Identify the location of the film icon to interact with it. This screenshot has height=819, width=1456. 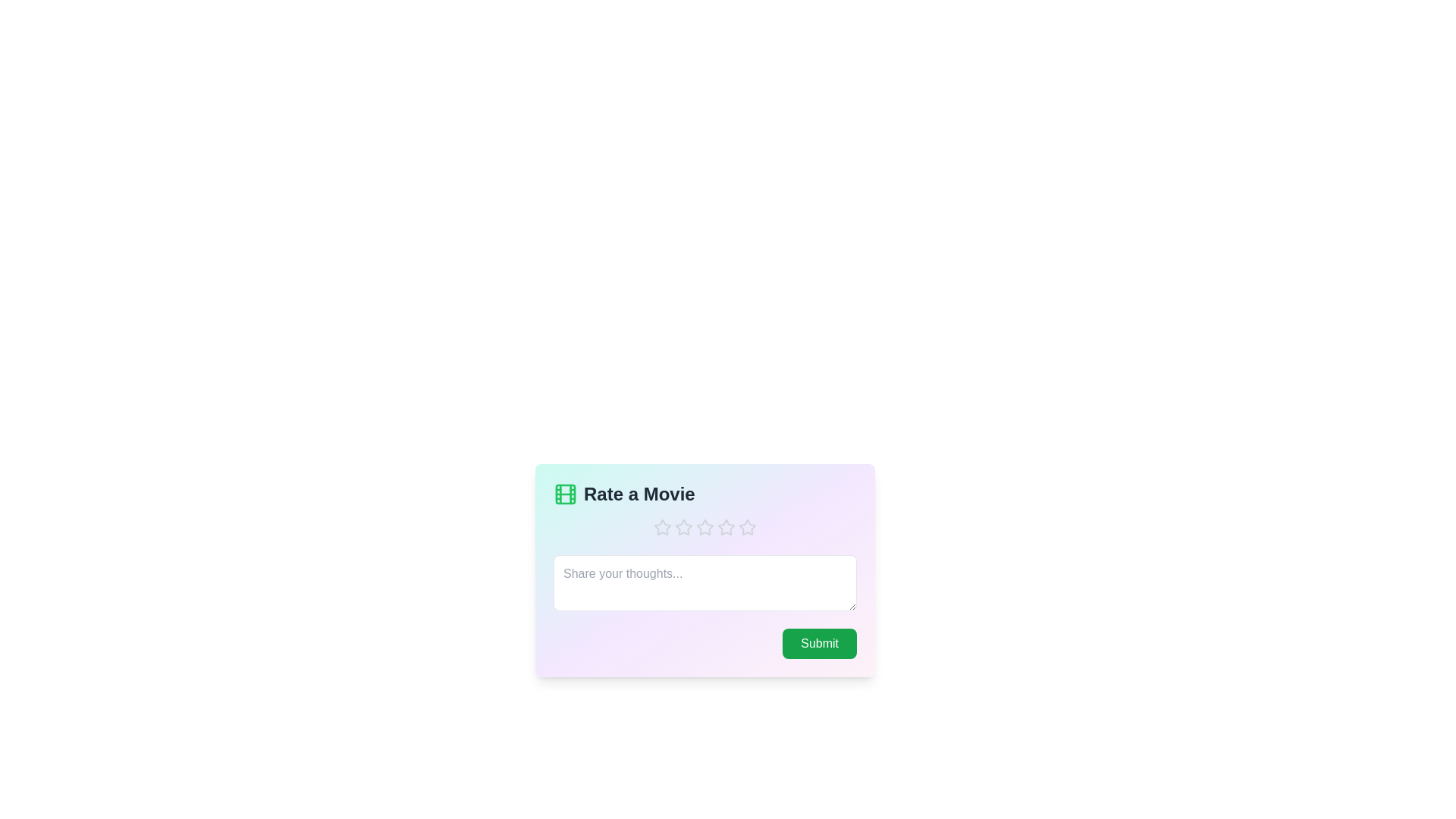
(564, 494).